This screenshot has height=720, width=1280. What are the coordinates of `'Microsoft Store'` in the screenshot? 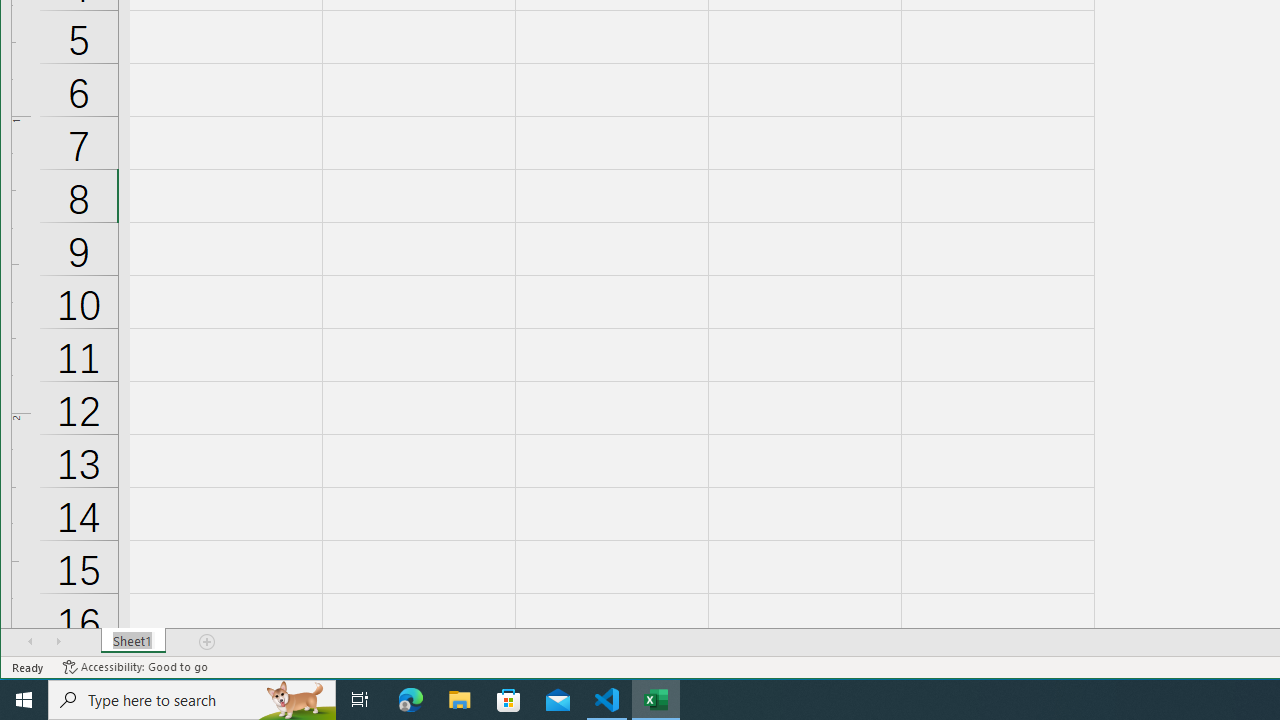 It's located at (509, 698).